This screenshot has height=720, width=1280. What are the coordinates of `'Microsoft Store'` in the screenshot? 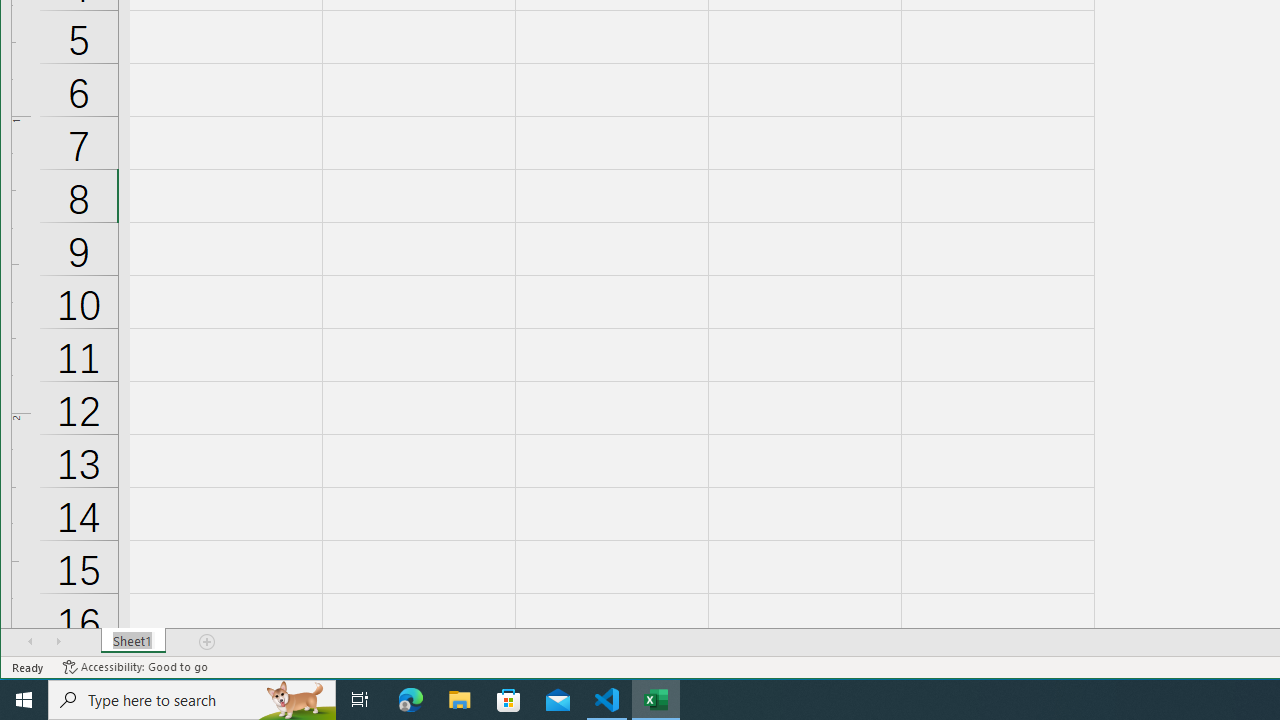 It's located at (509, 698).